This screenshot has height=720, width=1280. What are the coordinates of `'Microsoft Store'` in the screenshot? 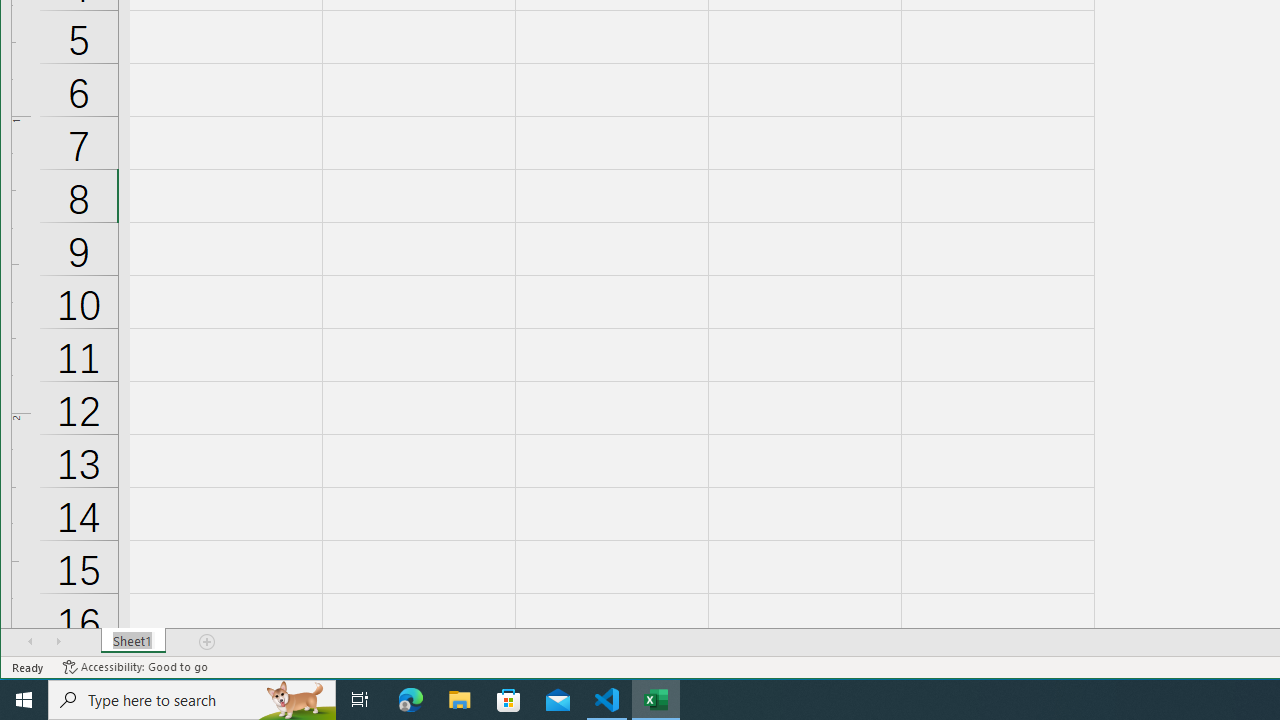 It's located at (509, 698).